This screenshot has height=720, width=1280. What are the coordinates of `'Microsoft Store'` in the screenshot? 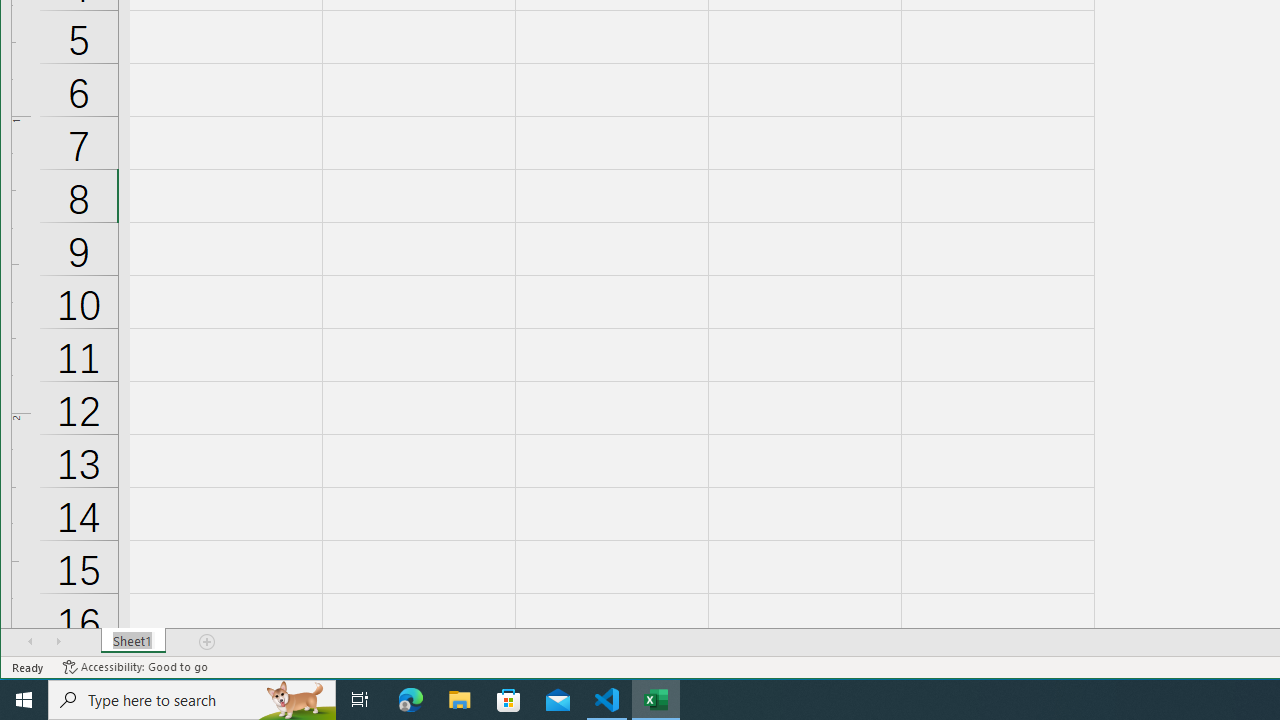 It's located at (509, 698).